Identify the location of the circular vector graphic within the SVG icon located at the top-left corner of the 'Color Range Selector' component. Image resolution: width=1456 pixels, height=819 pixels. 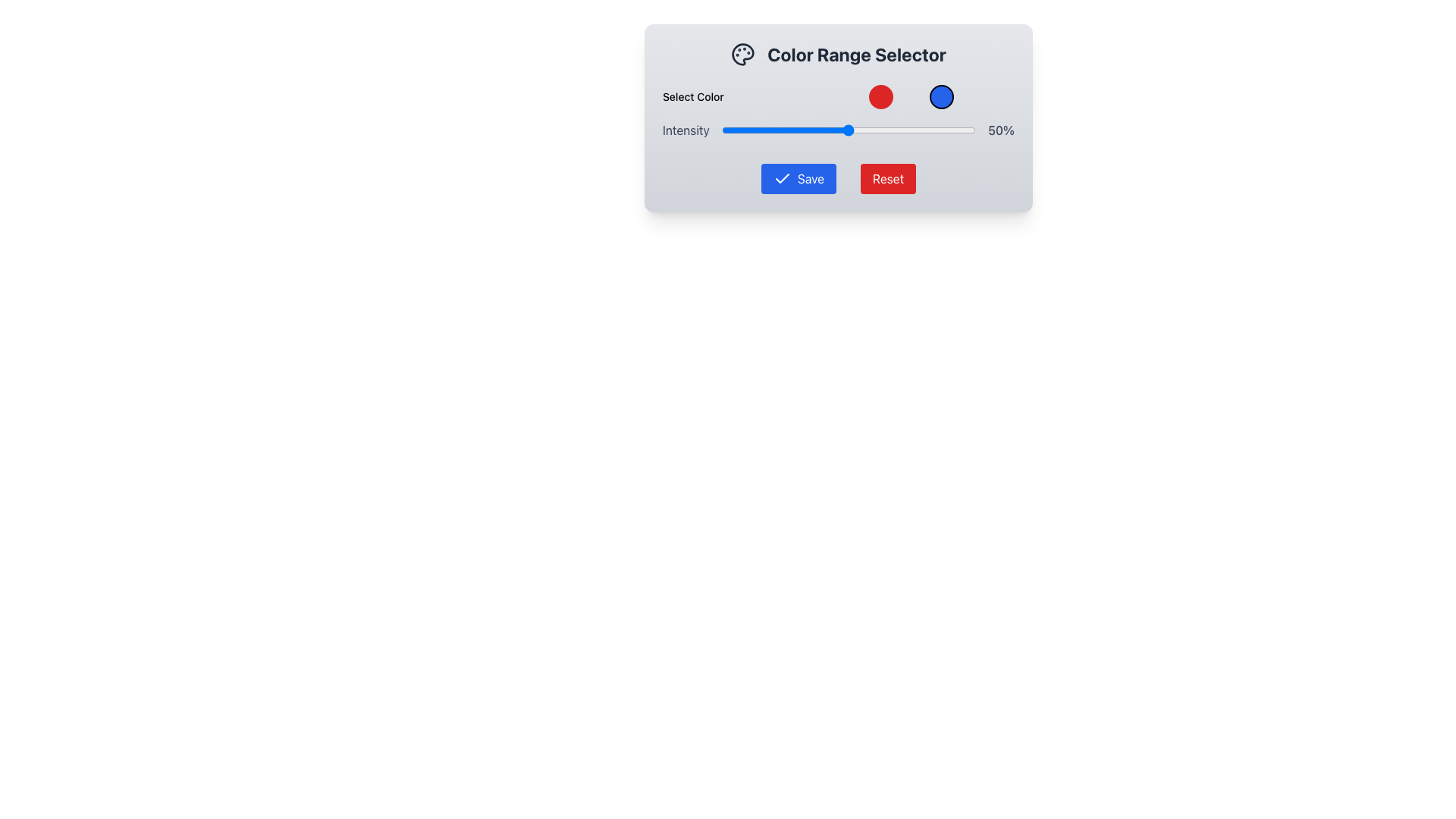
(743, 54).